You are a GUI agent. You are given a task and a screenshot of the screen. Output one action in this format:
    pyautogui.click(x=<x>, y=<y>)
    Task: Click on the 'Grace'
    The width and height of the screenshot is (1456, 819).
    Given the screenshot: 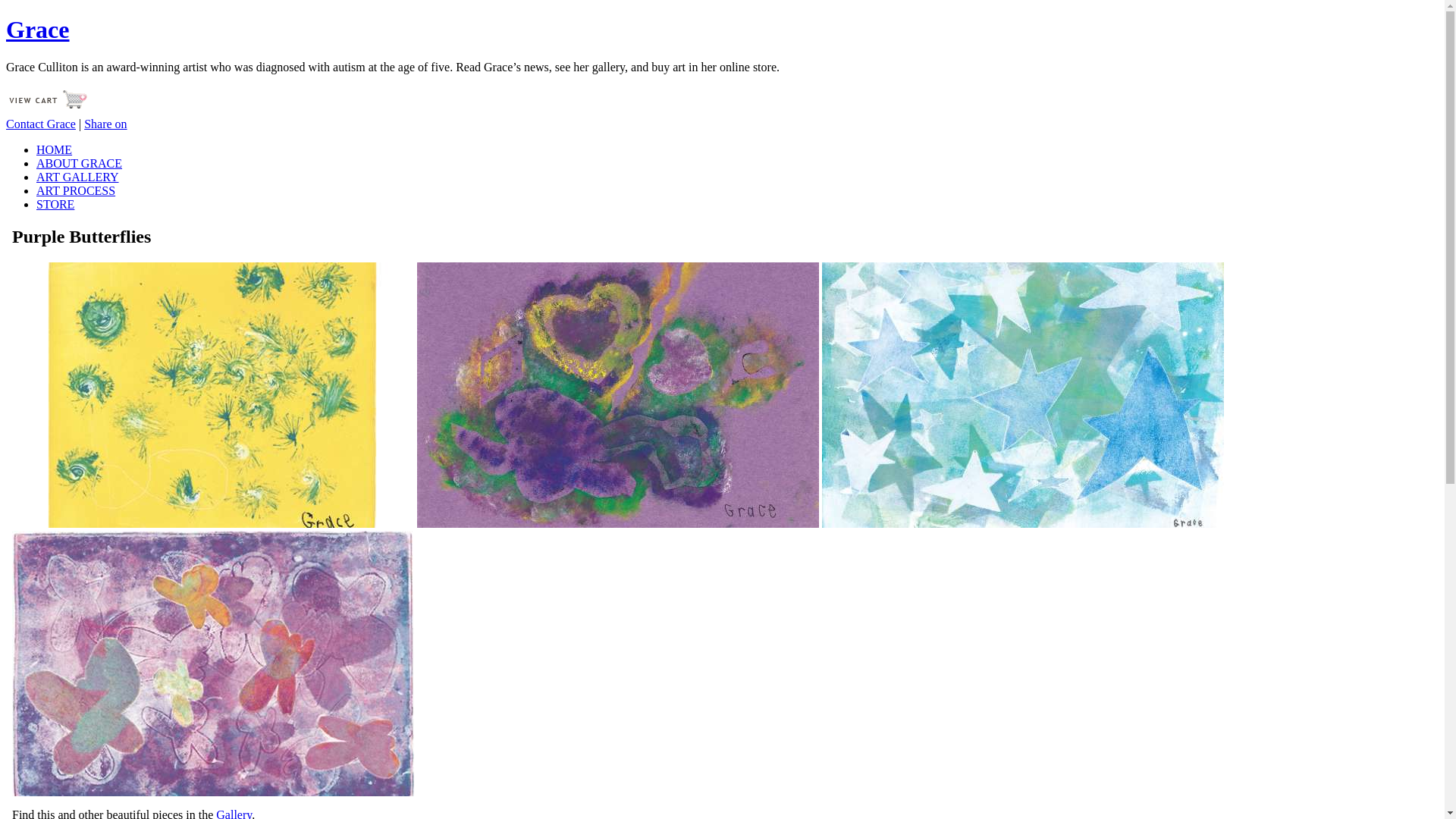 What is the action you would take?
    pyautogui.click(x=37, y=29)
    